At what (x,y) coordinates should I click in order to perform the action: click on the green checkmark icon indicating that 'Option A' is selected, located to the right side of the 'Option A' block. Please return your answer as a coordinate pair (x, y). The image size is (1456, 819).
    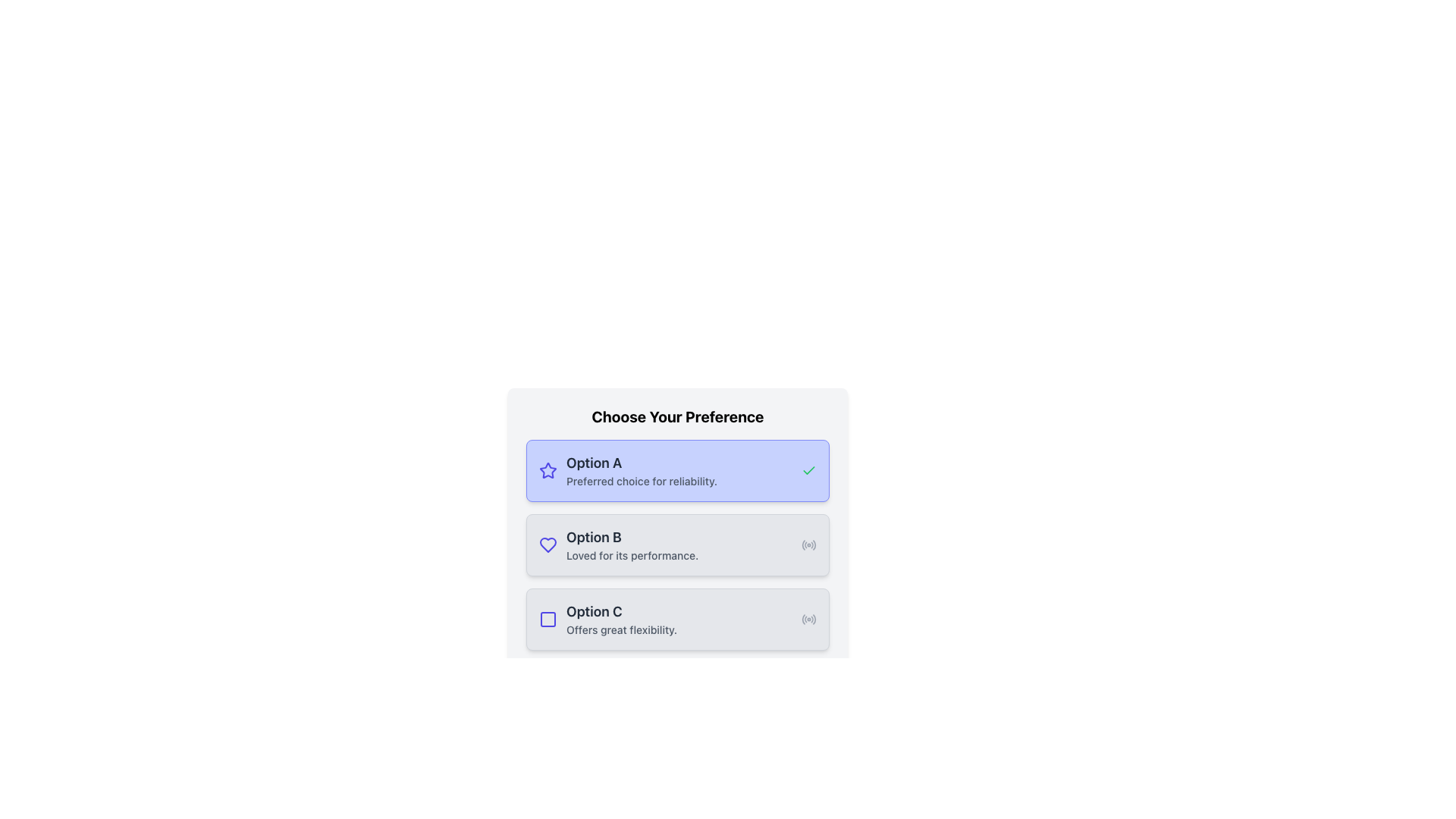
    Looking at the image, I should click on (808, 470).